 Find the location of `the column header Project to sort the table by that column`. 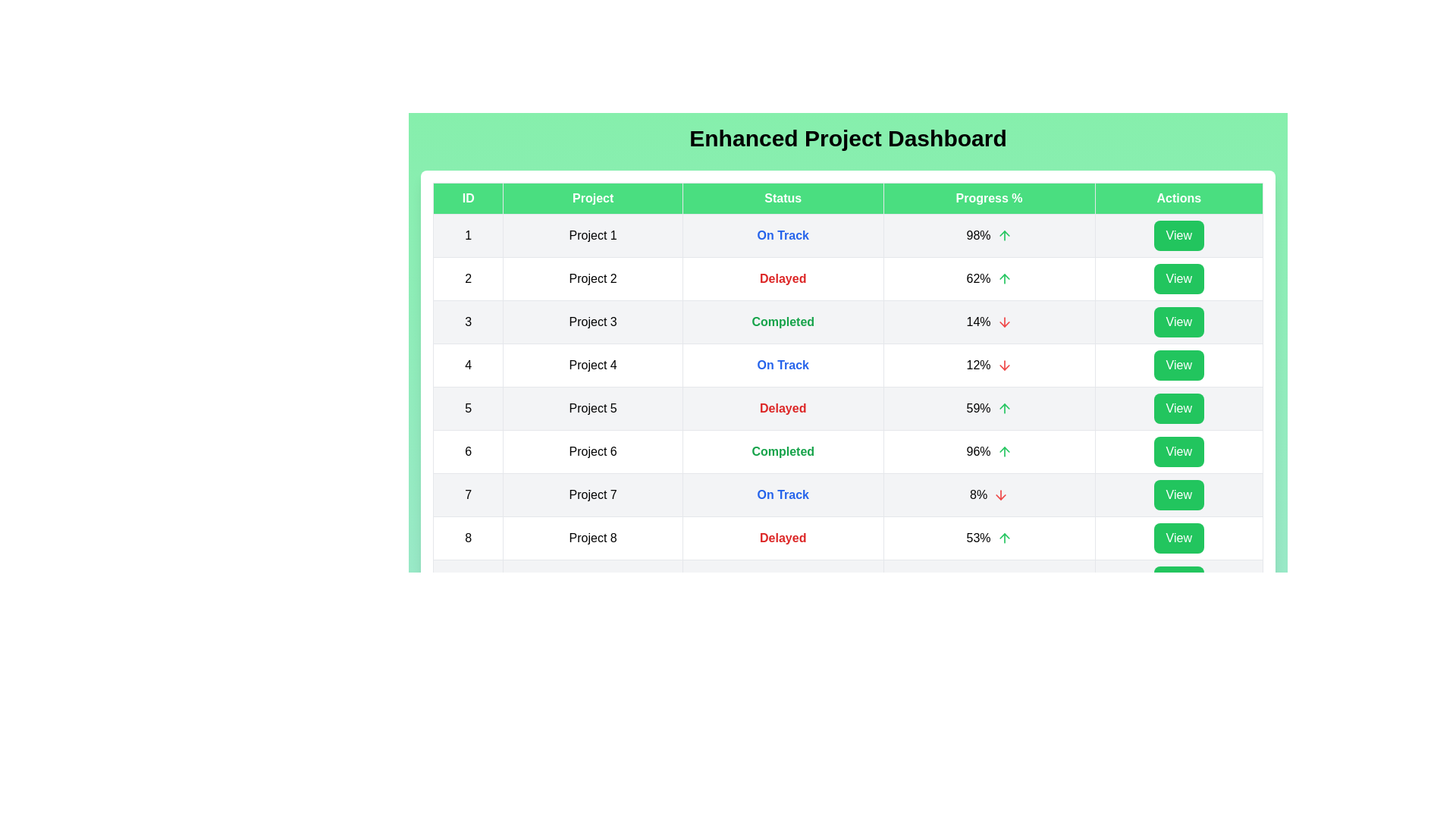

the column header Project to sort the table by that column is located at coordinates (592, 198).